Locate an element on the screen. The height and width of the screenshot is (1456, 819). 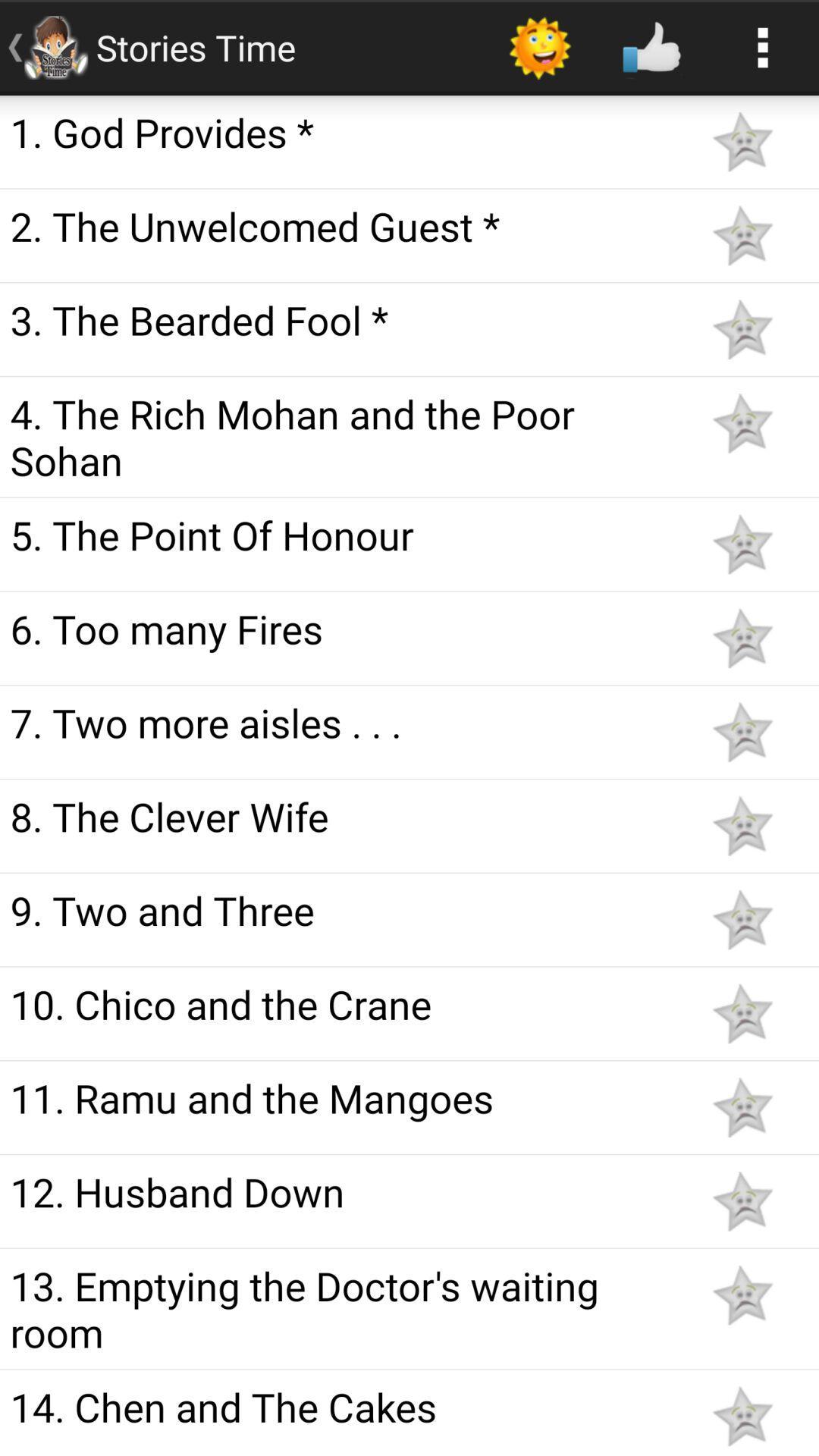
mark a star for husband down is located at coordinates (742, 1200).